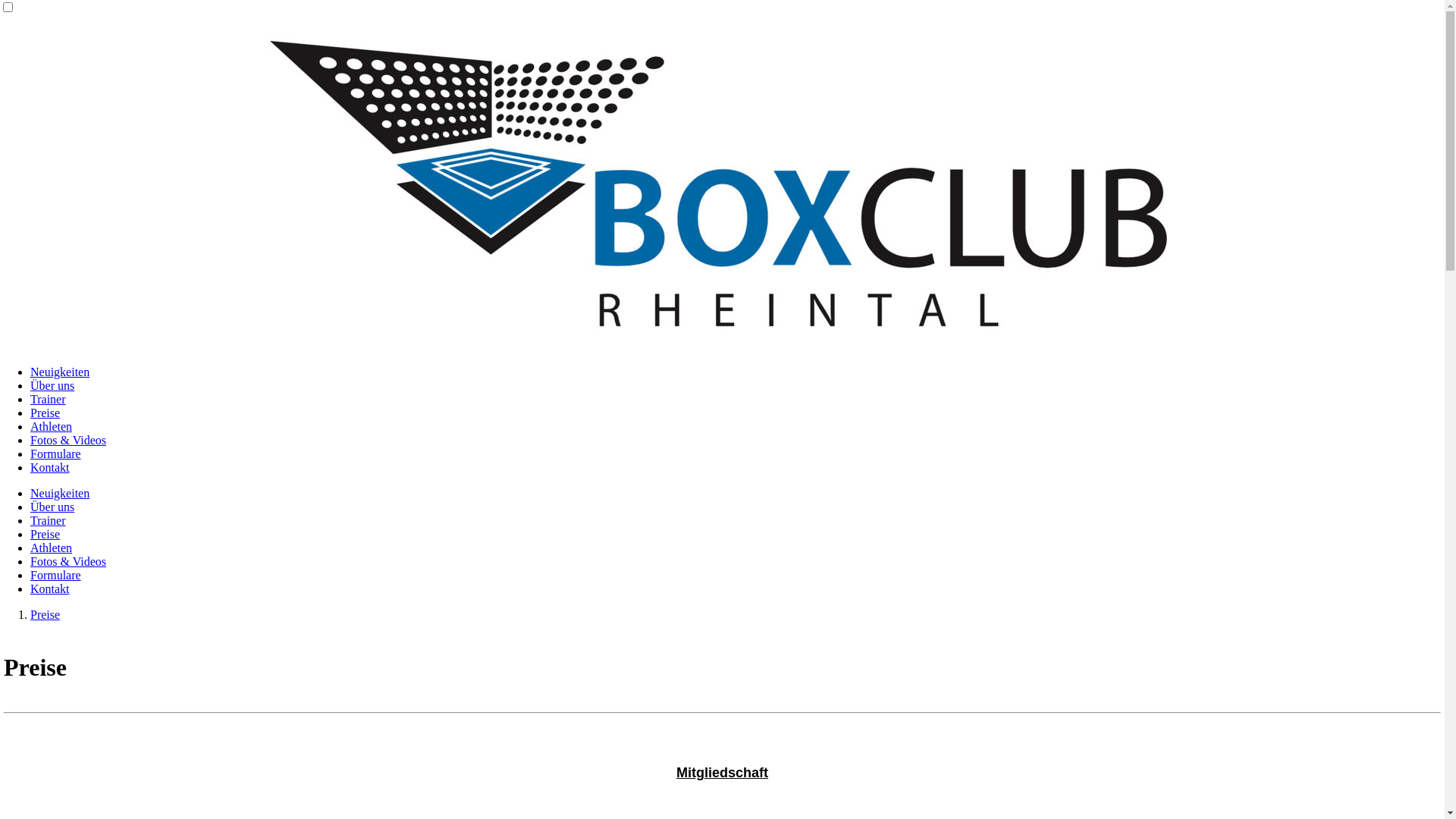 The width and height of the screenshot is (1456, 819). Describe the element at coordinates (30, 519) in the screenshot. I see `'Trainer'` at that location.